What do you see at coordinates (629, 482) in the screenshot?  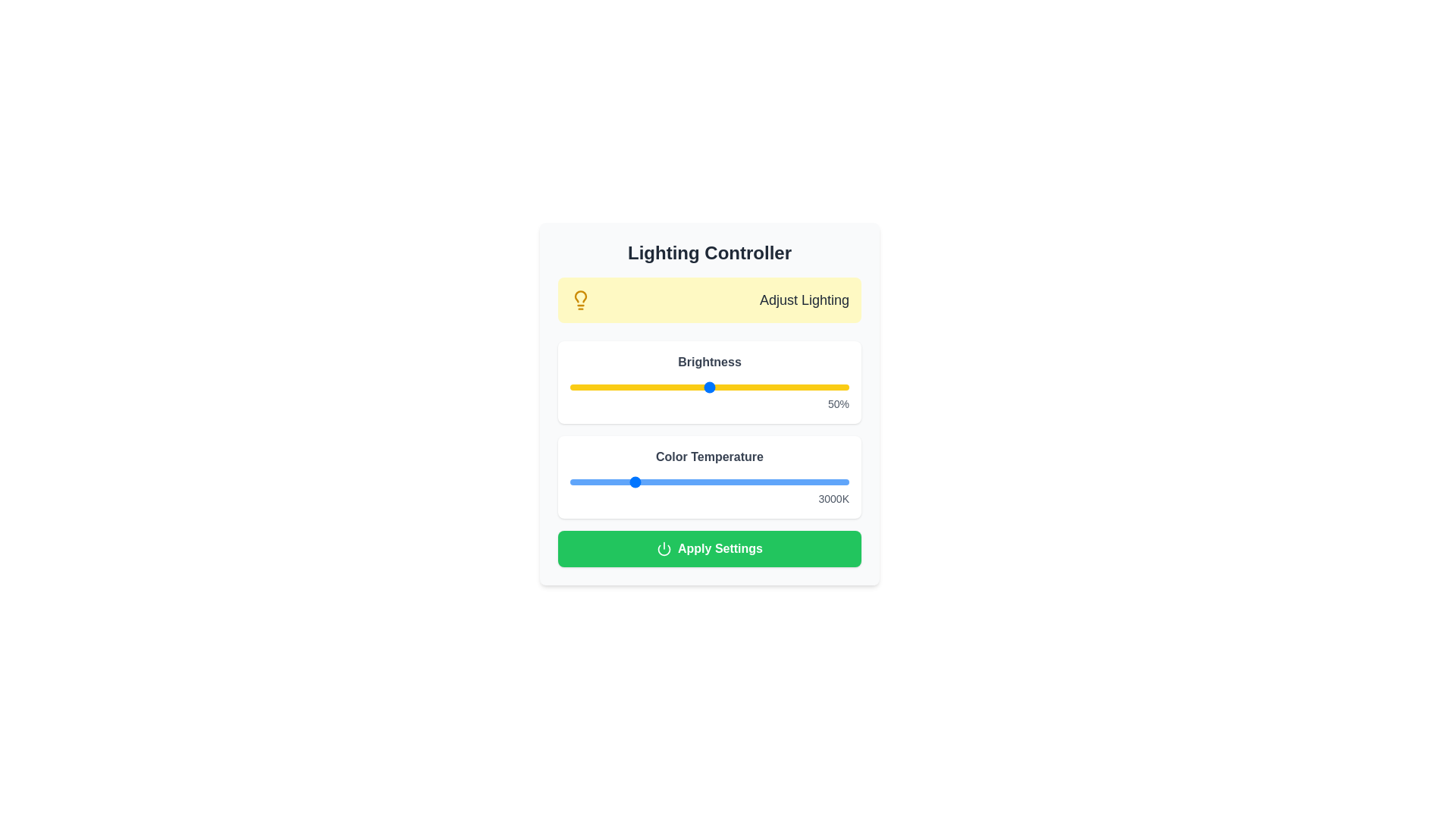 I see `the color temperature slider to 2930 K` at bounding box center [629, 482].